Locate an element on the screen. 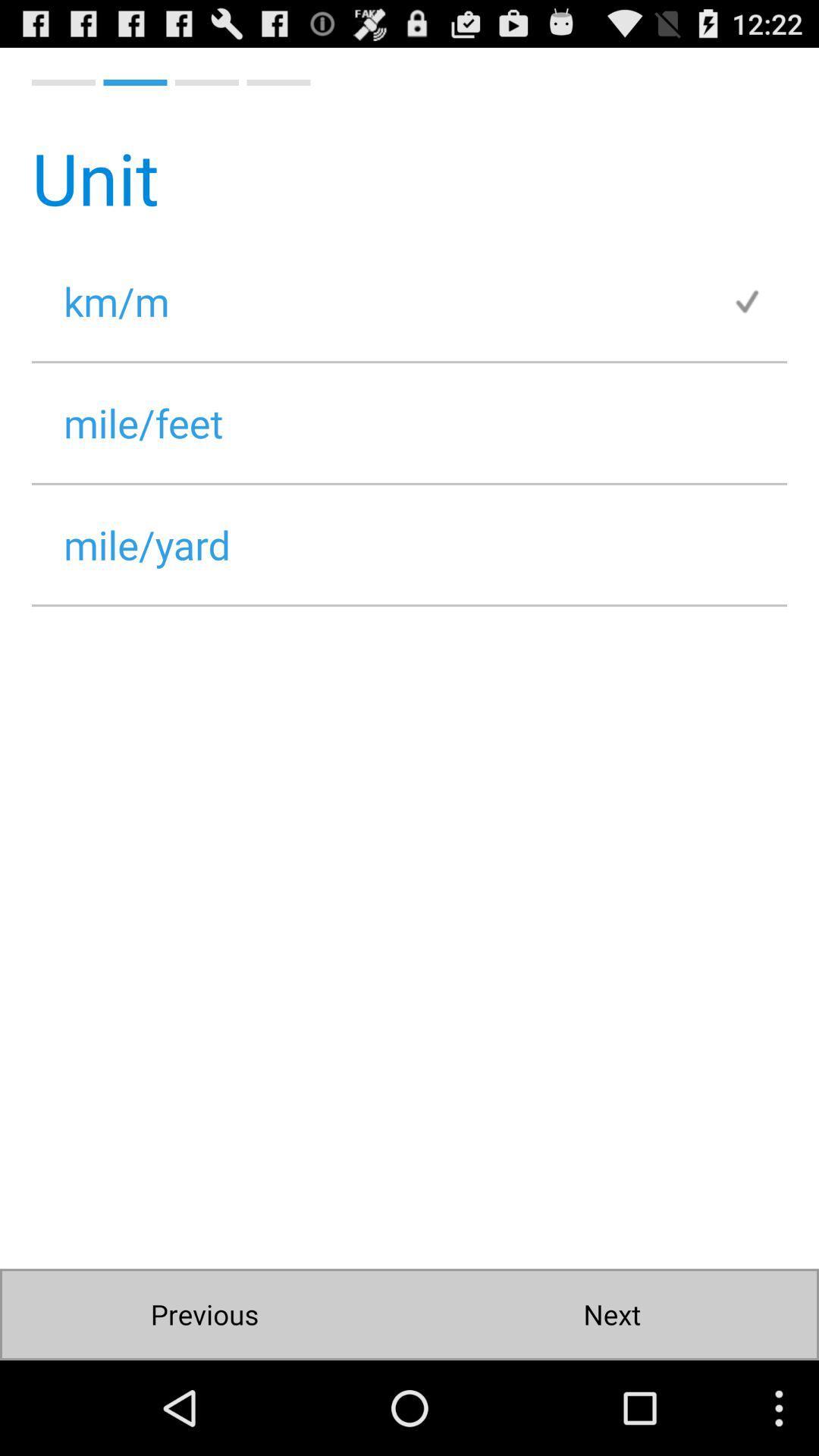 This screenshot has height=1456, width=819. km/m icon is located at coordinates (381, 301).